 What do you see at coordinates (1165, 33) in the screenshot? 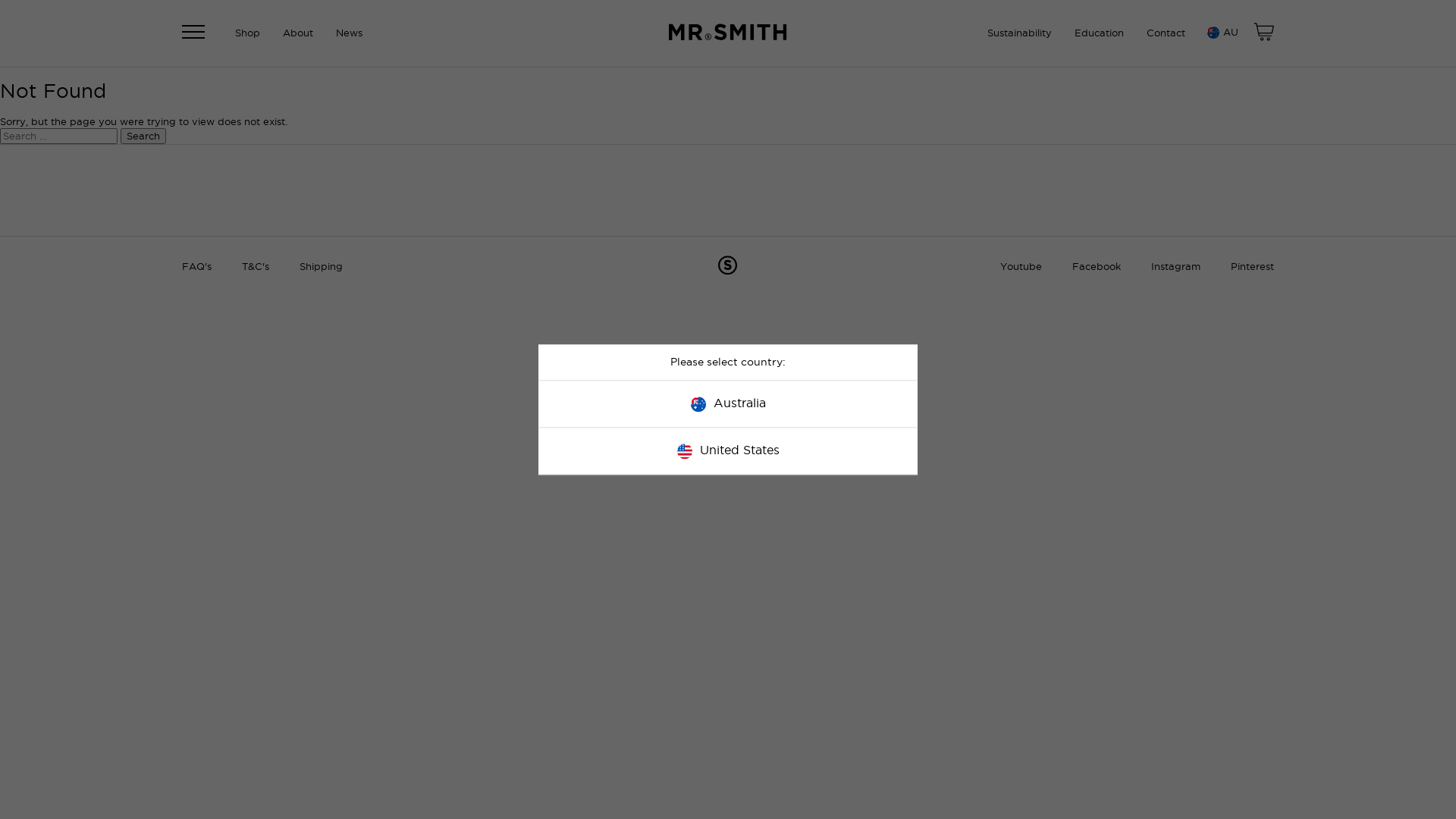
I see `'Contact'` at bounding box center [1165, 33].